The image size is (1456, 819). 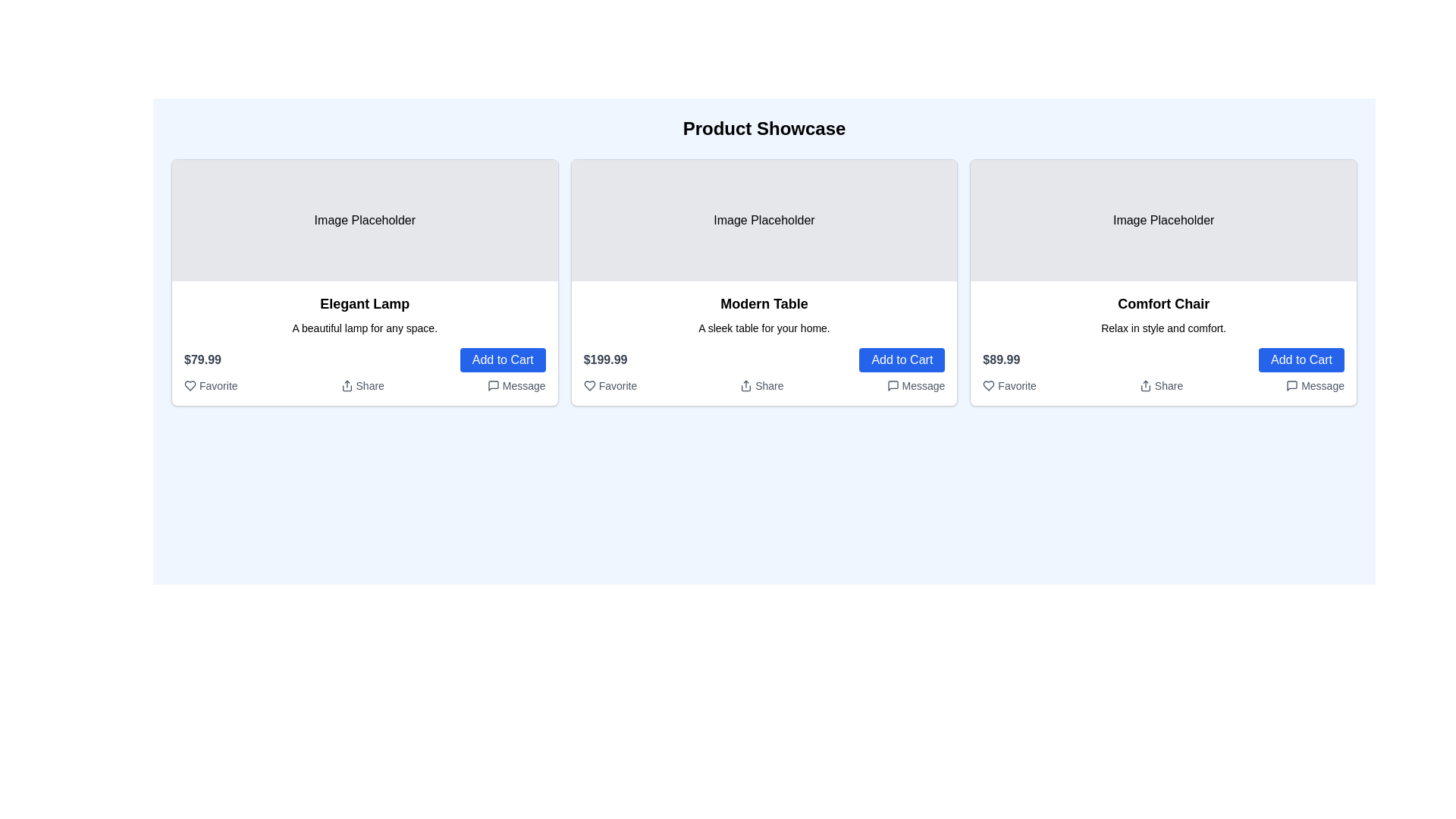 I want to click on the headline text content of the product card that displays the name 'Modern Table', located at the top of the card below the placeholder image, so click(x=764, y=304).